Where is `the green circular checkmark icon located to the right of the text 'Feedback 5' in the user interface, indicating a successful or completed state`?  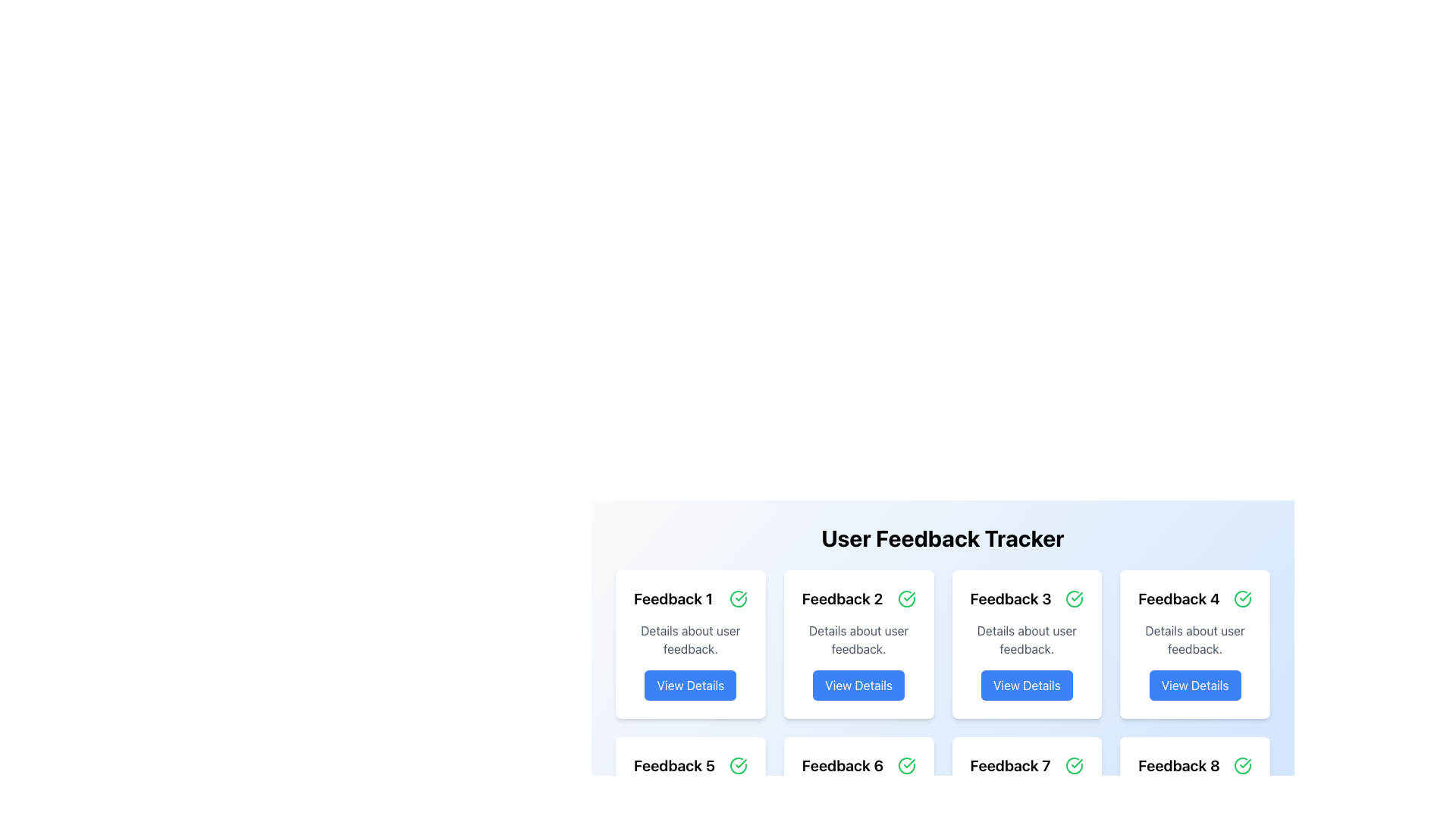
the green circular checkmark icon located to the right of the text 'Feedback 5' in the user interface, indicating a successful or completed state is located at coordinates (738, 766).